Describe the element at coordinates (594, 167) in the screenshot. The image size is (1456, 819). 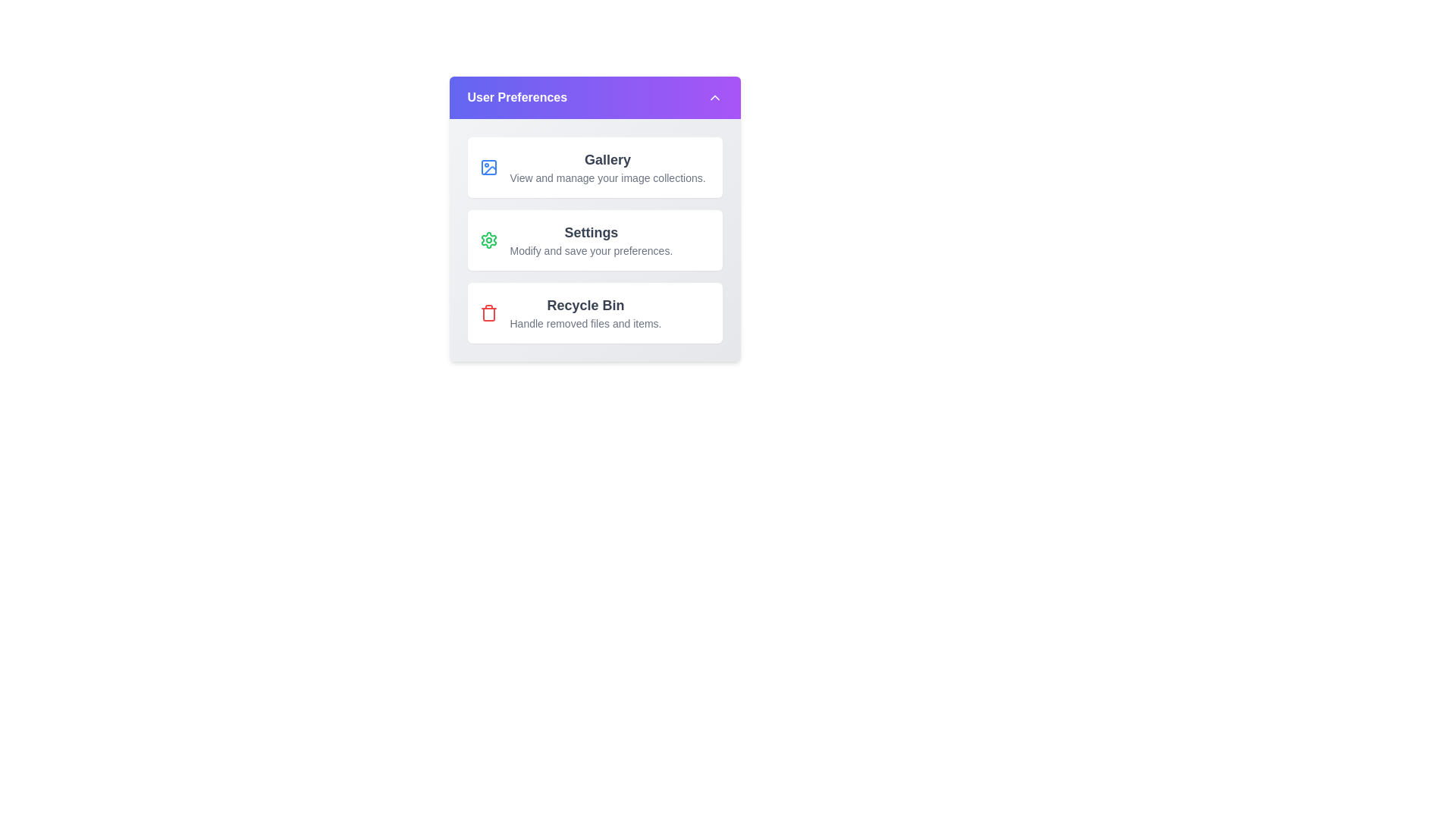
I see `the preference item 'Gallery'` at that location.